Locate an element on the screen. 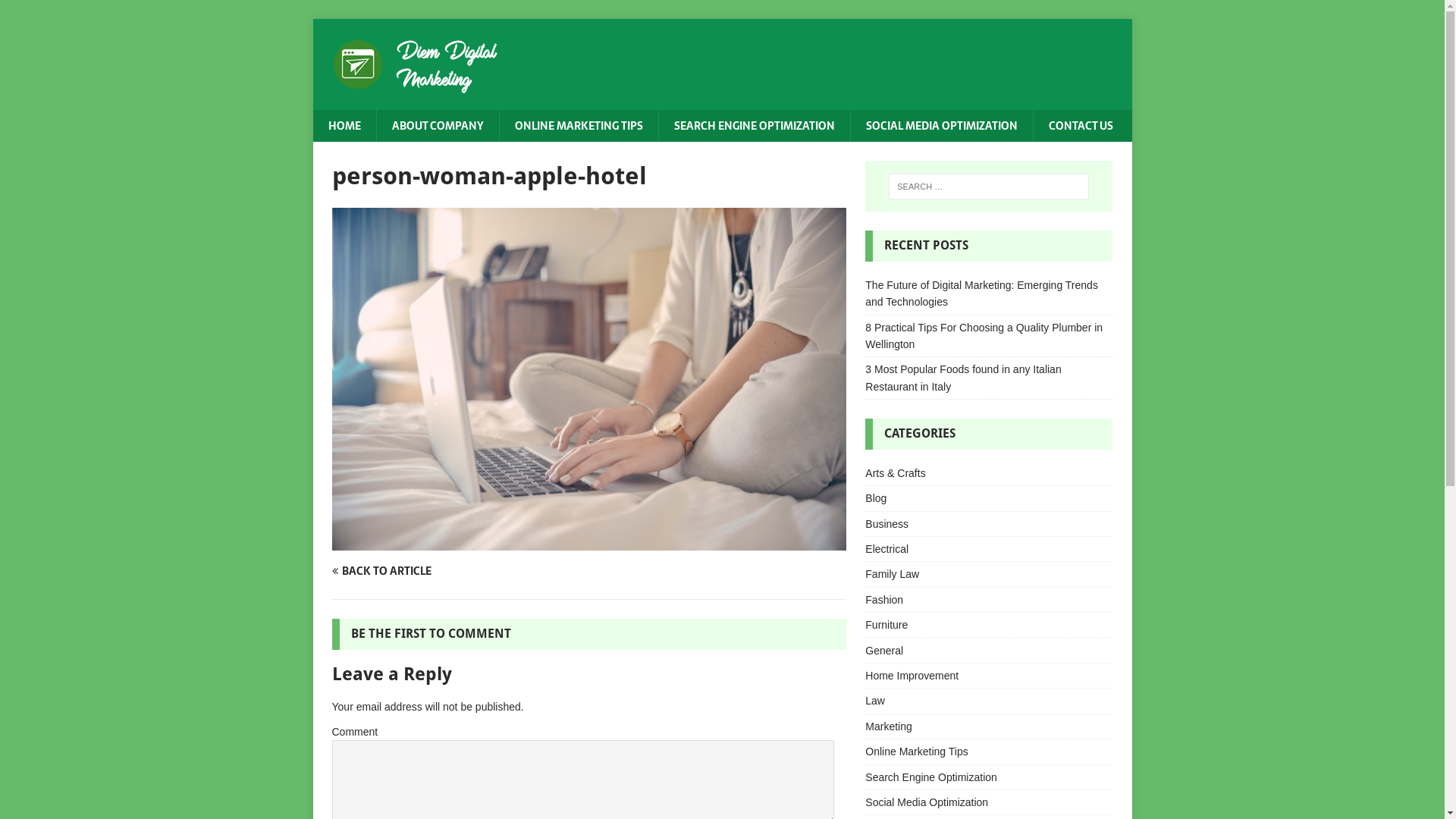 The image size is (1456, 819). 'General' is located at coordinates (865, 649).